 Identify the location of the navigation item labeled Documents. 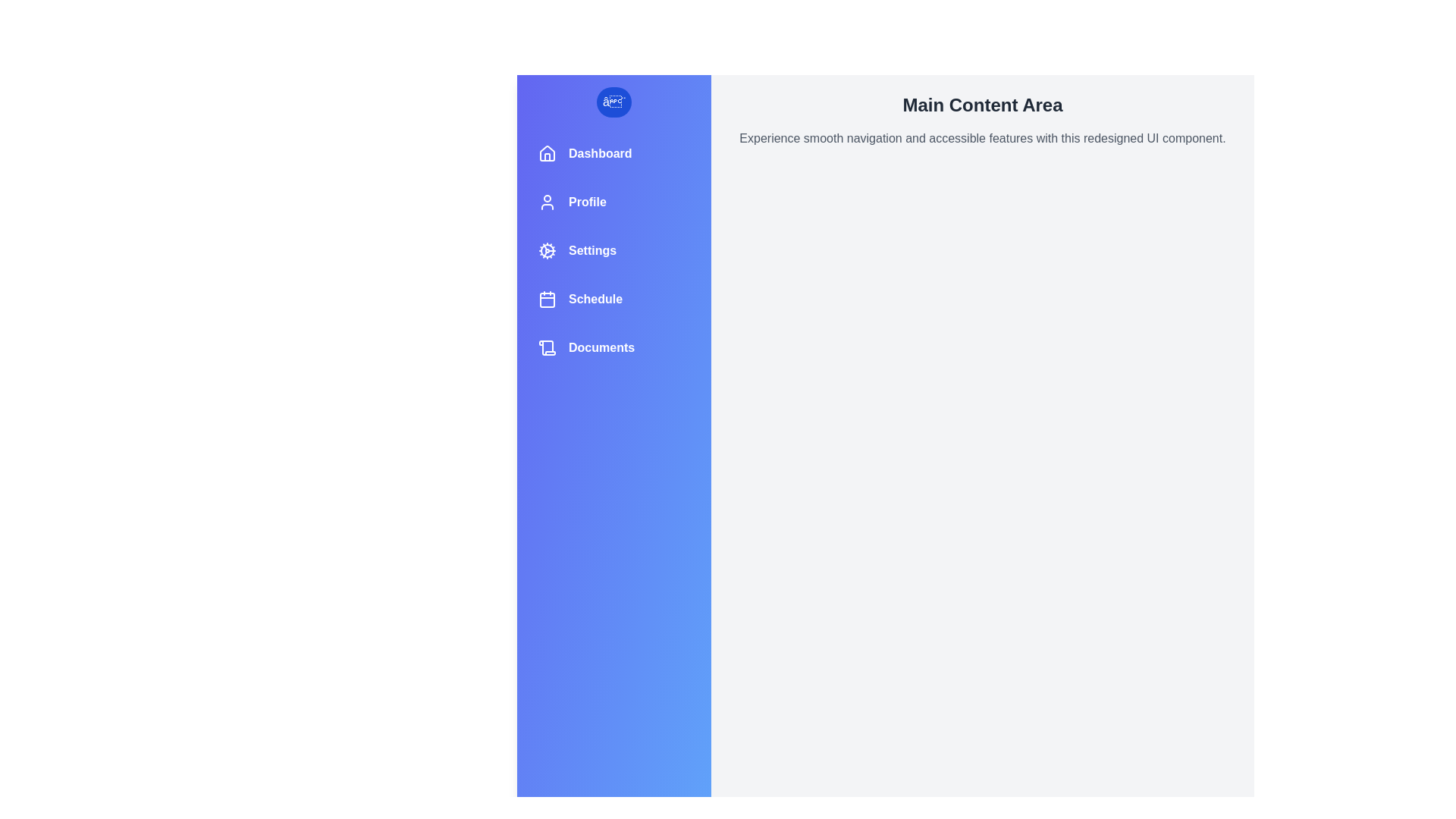
(614, 348).